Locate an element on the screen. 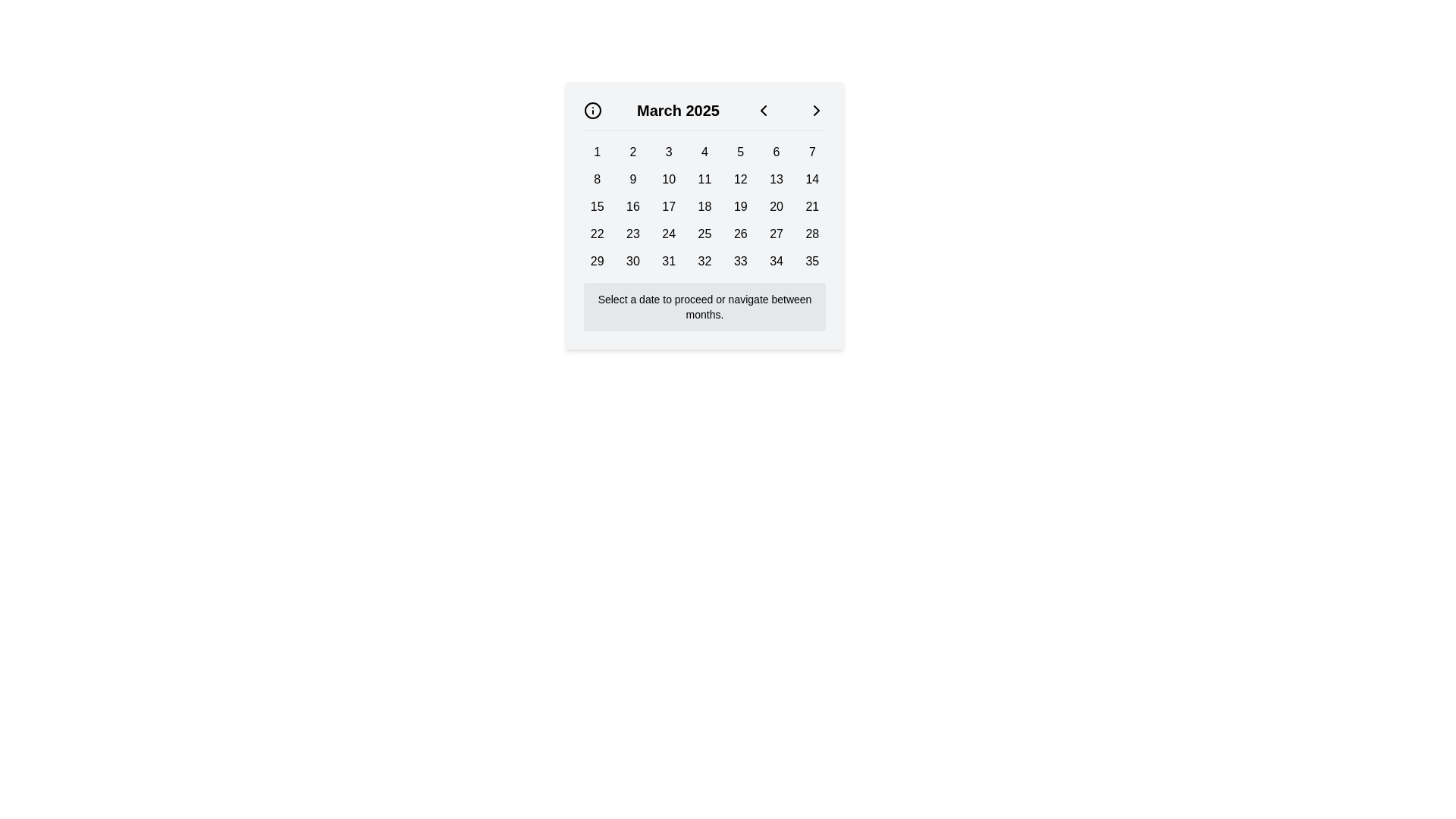 The image size is (1456, 819). the button displaying '24' in bold black font located in the fourth row and fourth column of the calendar grid to focus on it is located at coordinates (668, 234).